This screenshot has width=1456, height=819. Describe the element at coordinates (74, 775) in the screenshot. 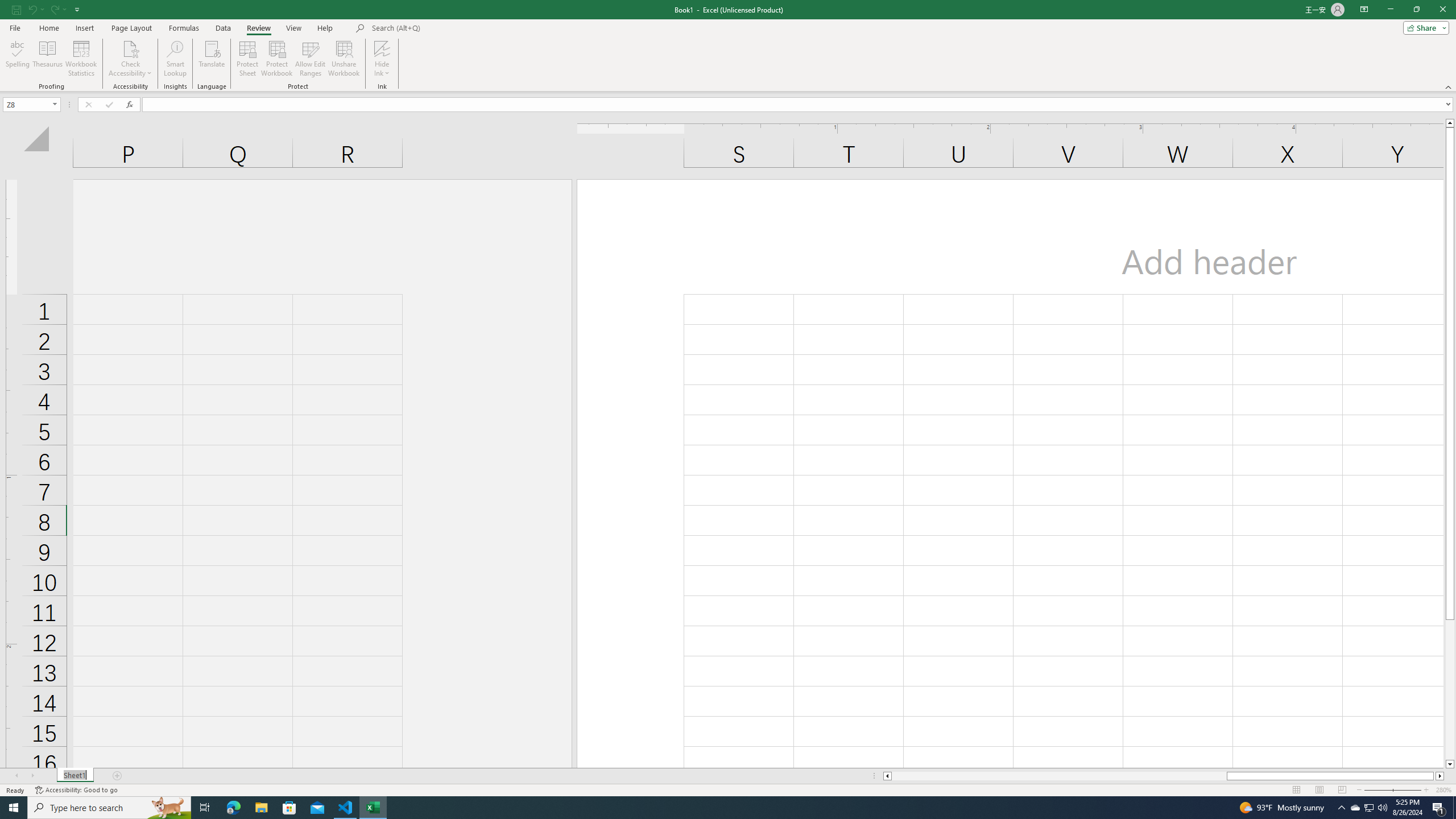

I see `'Sheet Tab'` at that location.